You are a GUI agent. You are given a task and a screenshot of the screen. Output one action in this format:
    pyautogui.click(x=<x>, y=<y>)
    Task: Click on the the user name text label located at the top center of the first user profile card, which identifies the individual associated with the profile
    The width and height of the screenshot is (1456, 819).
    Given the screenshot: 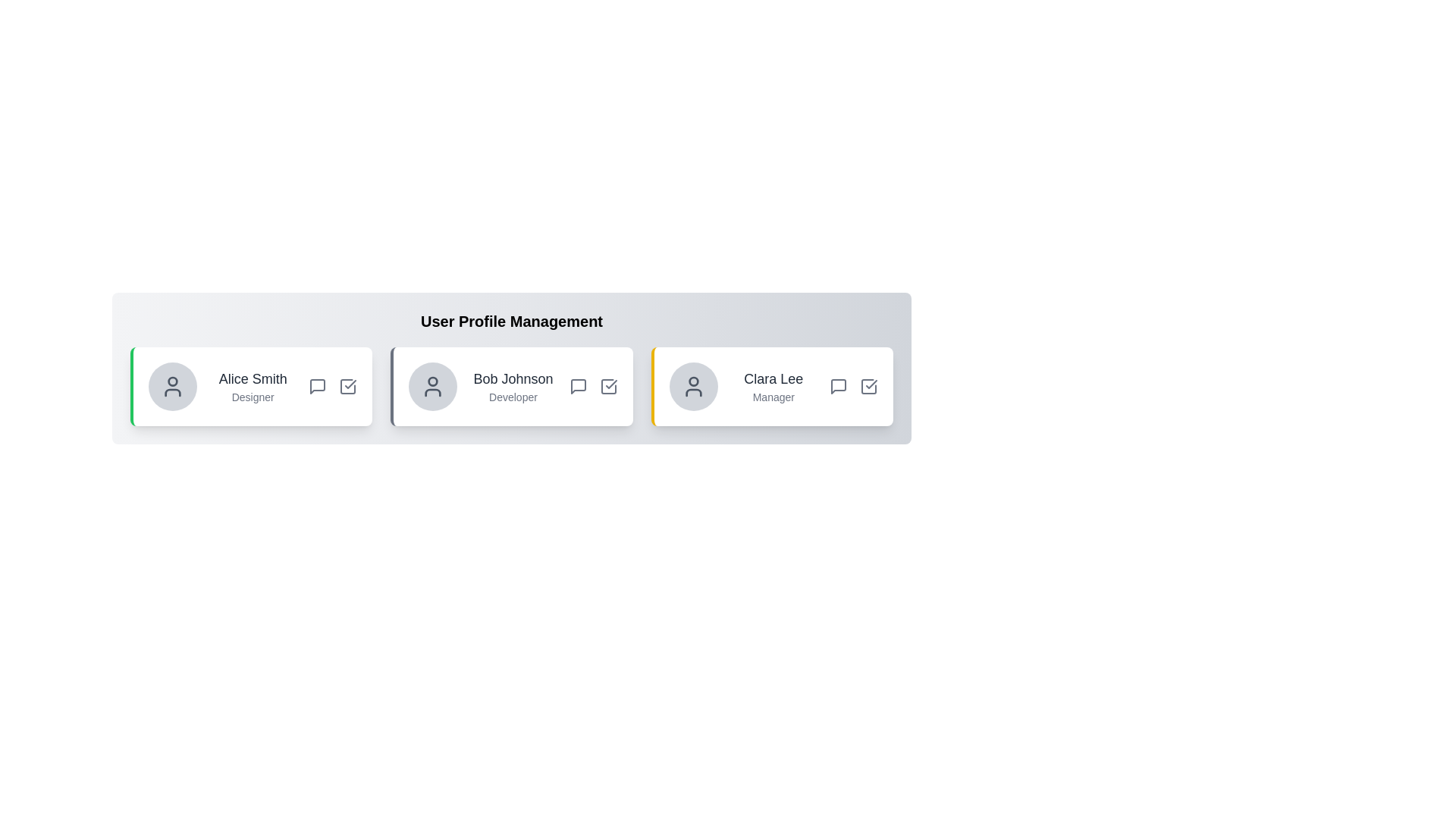 What is the action you would take?
    pyautogui.click(x=253, y=378)
    